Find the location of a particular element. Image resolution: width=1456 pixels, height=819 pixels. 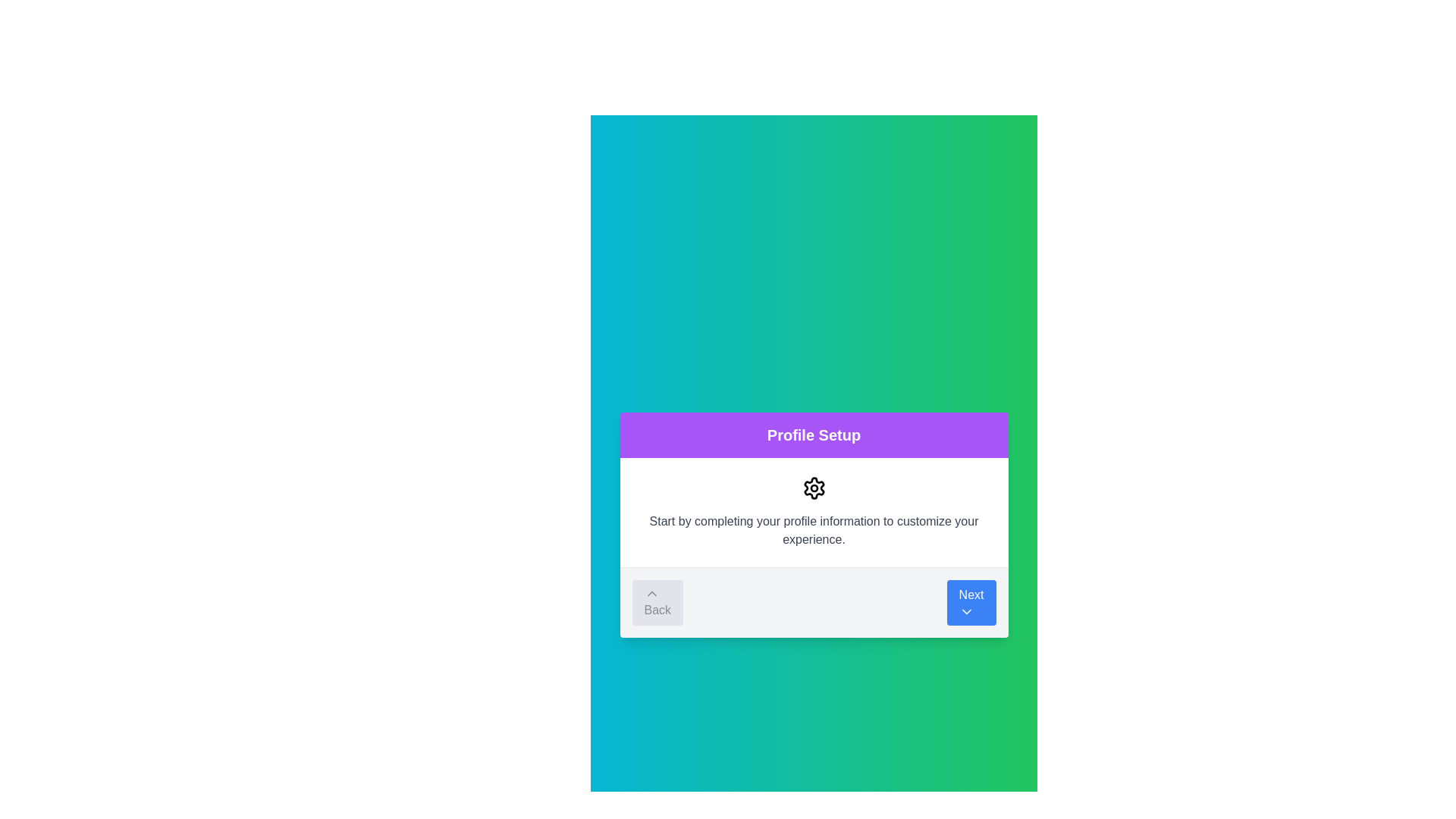

the settings icon located in the 'Profile Setup' modal, which is positioned above the profile information text and below the modal header is located at coordinates (813, 488).